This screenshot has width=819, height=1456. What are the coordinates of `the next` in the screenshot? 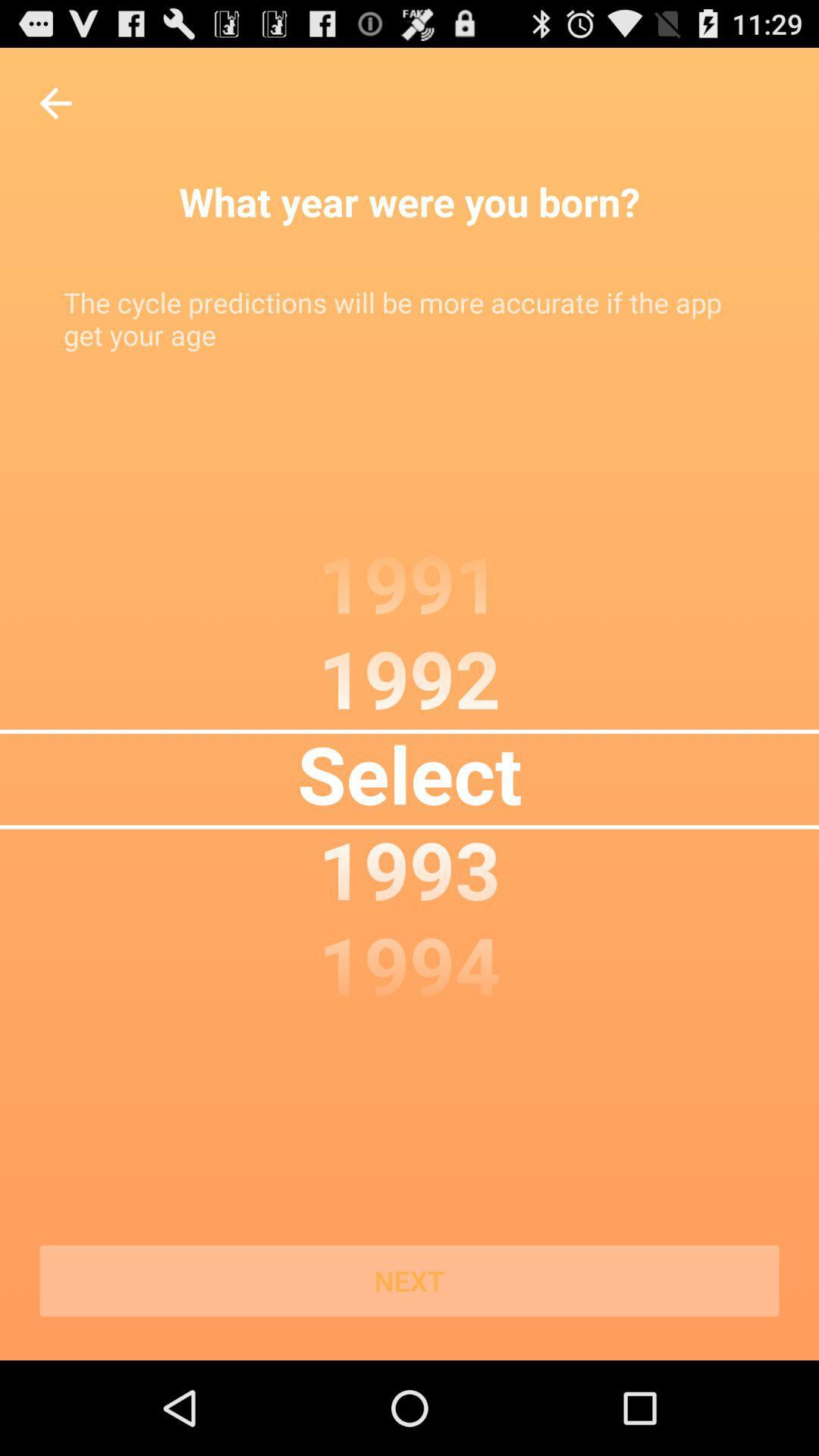 It's located at (409, 1280).